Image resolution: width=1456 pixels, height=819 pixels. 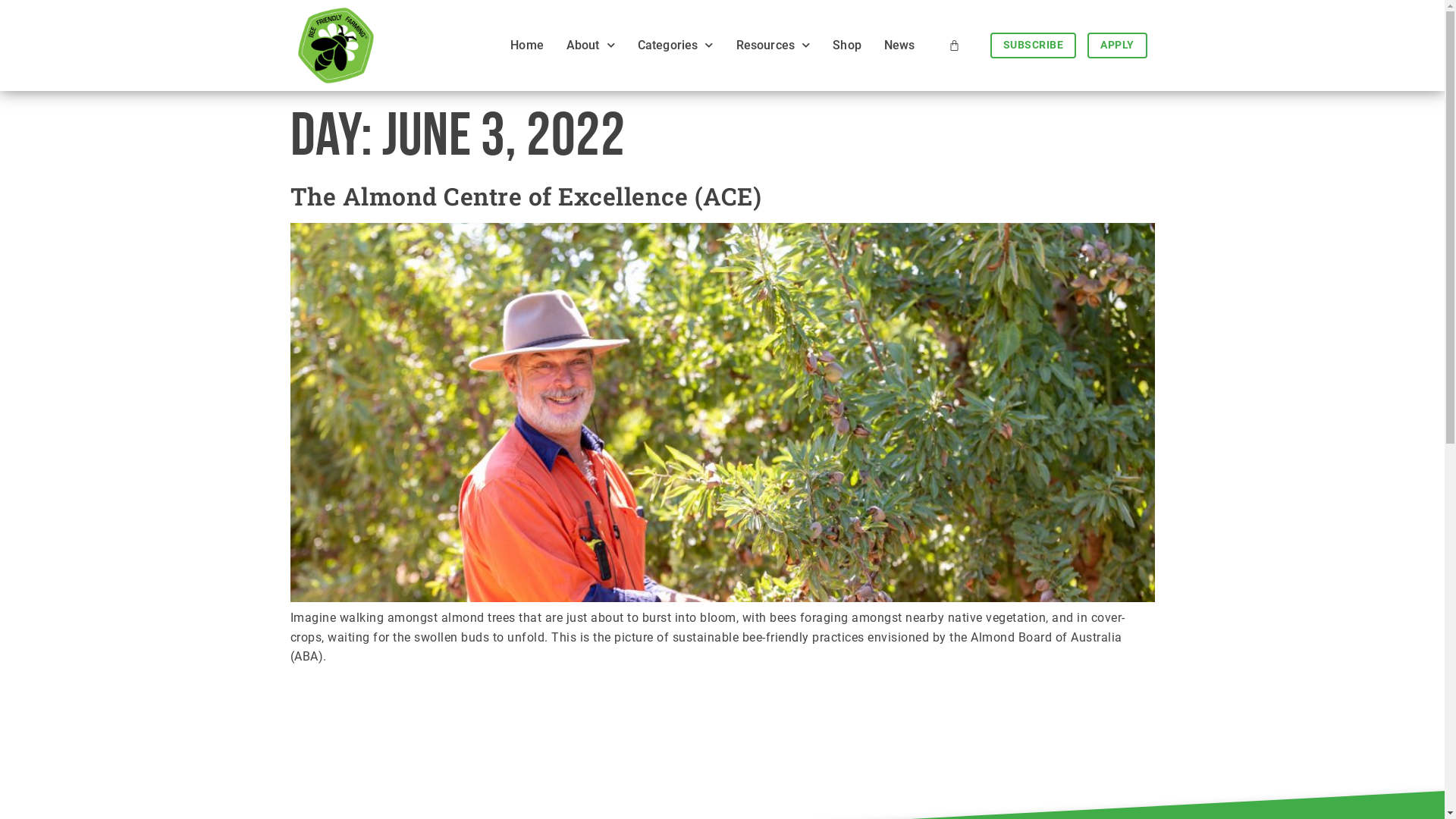 What do you see at coordinates (846, 45) in the screenshot?
I see `'Shop'` at bounding box center [846, 45].